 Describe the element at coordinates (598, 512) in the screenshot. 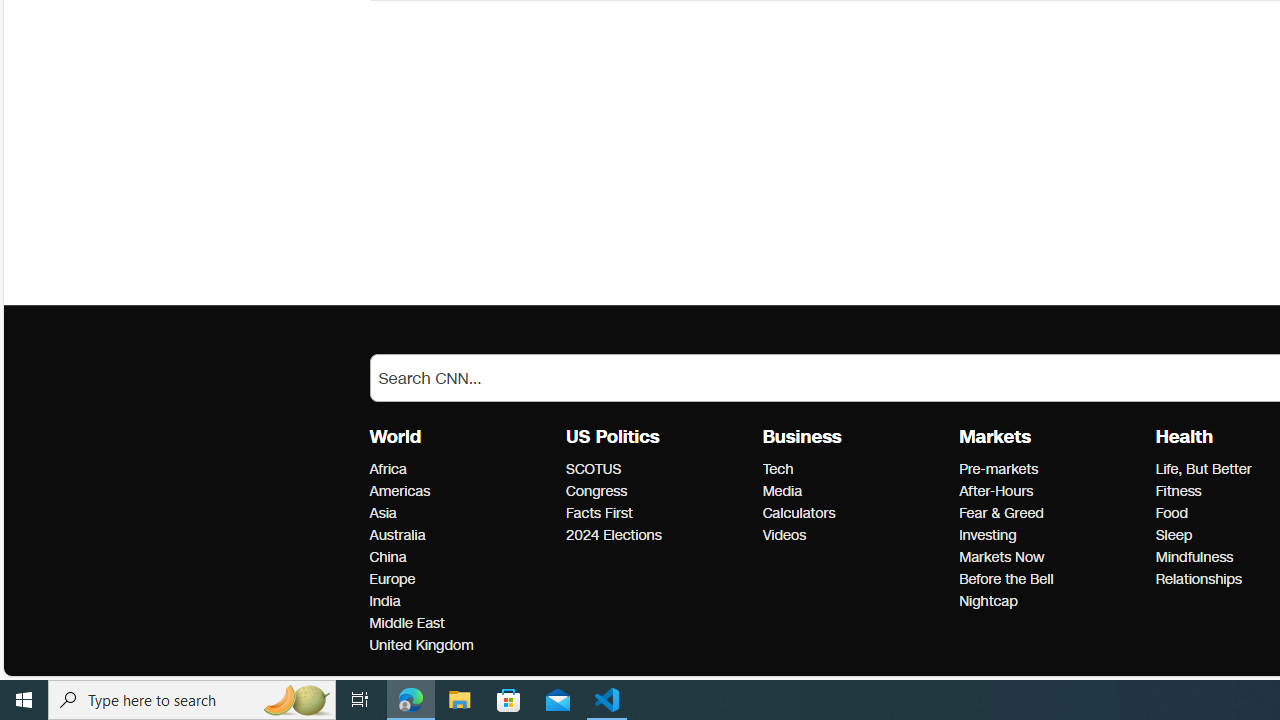

I see `'US Politics Facts First'` at that location.